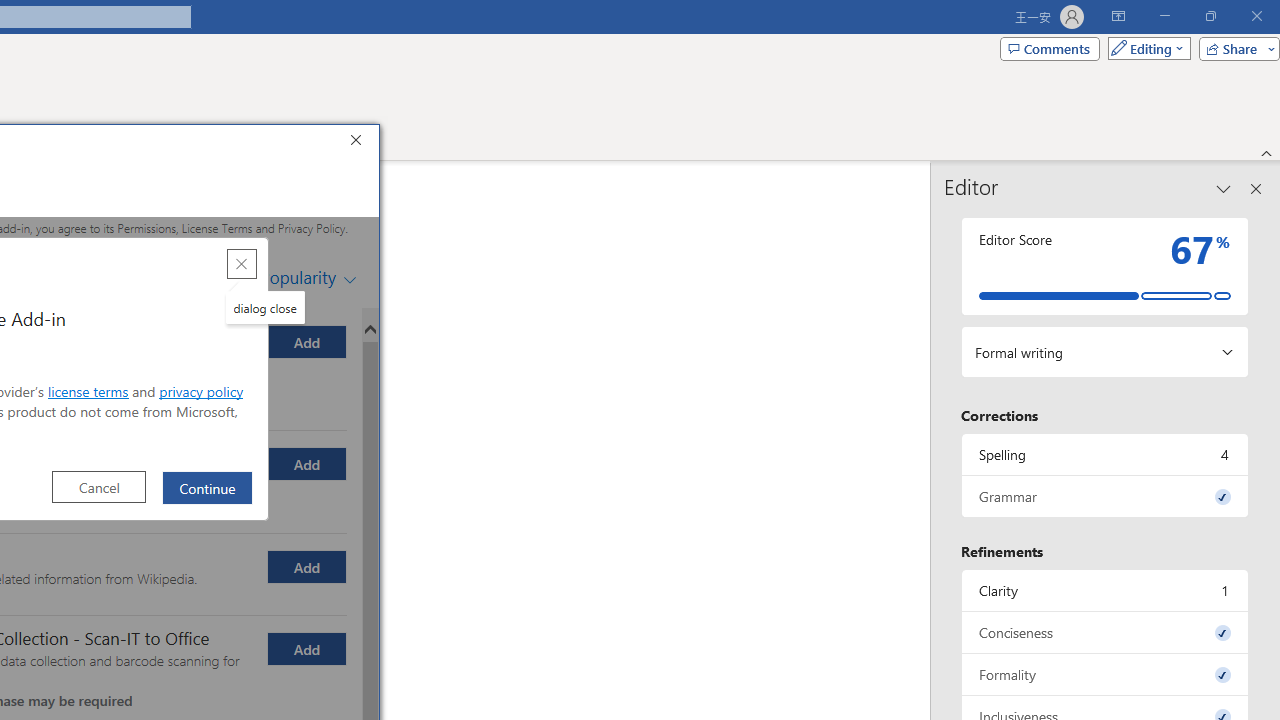 This screenshot has width=1280, height=720. Describe the element at coordinates (264, 307) in the screenshot. I see `'dialog close'` at that location.